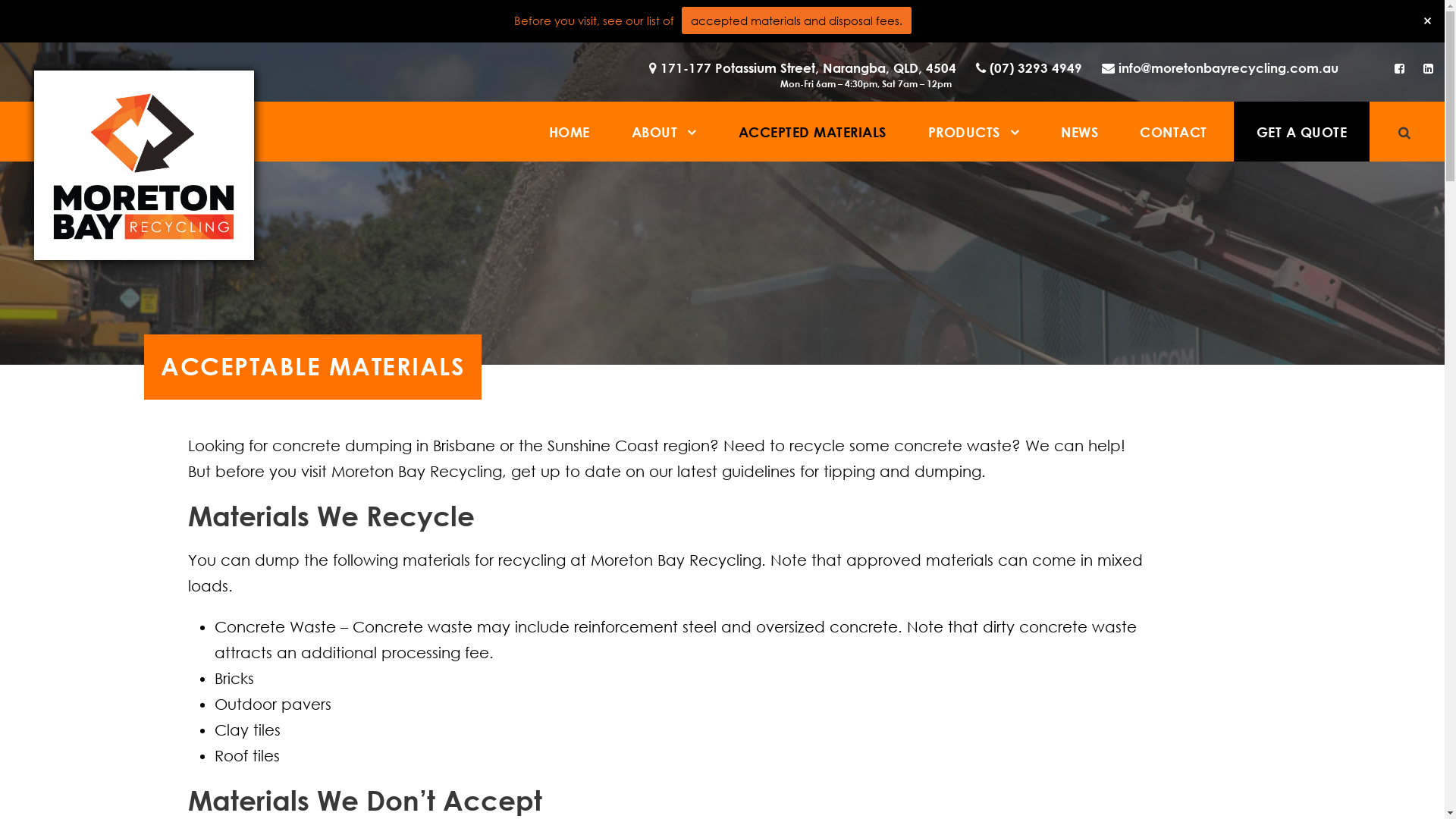 The width and height of the screenshot is (1456, 819). Describe the element at coordinates (967, 75) in the screenshot. I see `'(07) 3293 4949'` at that location.